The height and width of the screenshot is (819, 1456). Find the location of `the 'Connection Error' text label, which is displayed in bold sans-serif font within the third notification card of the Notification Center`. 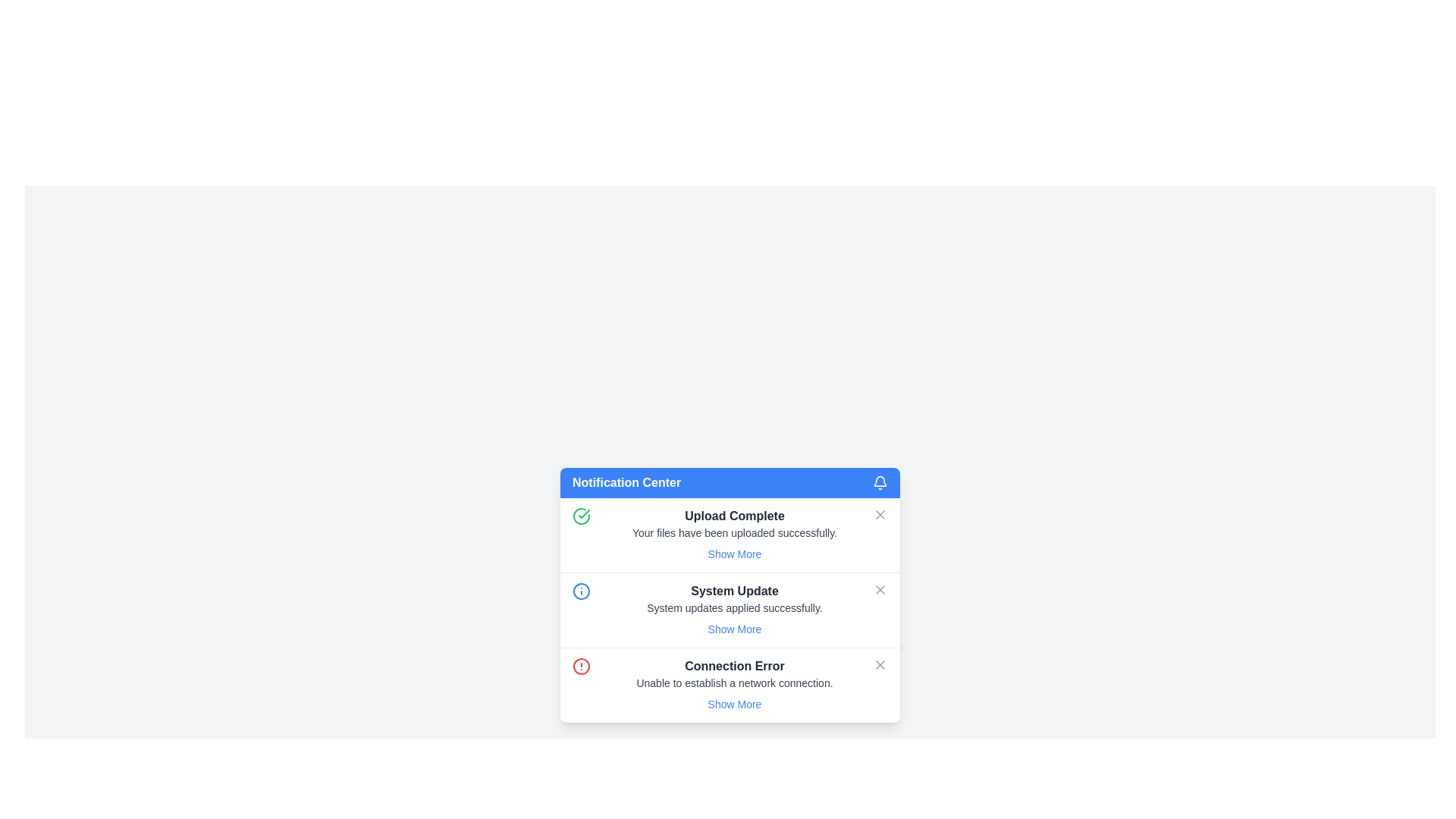

the 'Connection Error' text label, which is displayed in bold sans-serif font within the third notification card of the Notification Center is located at coordinates (735, 666).